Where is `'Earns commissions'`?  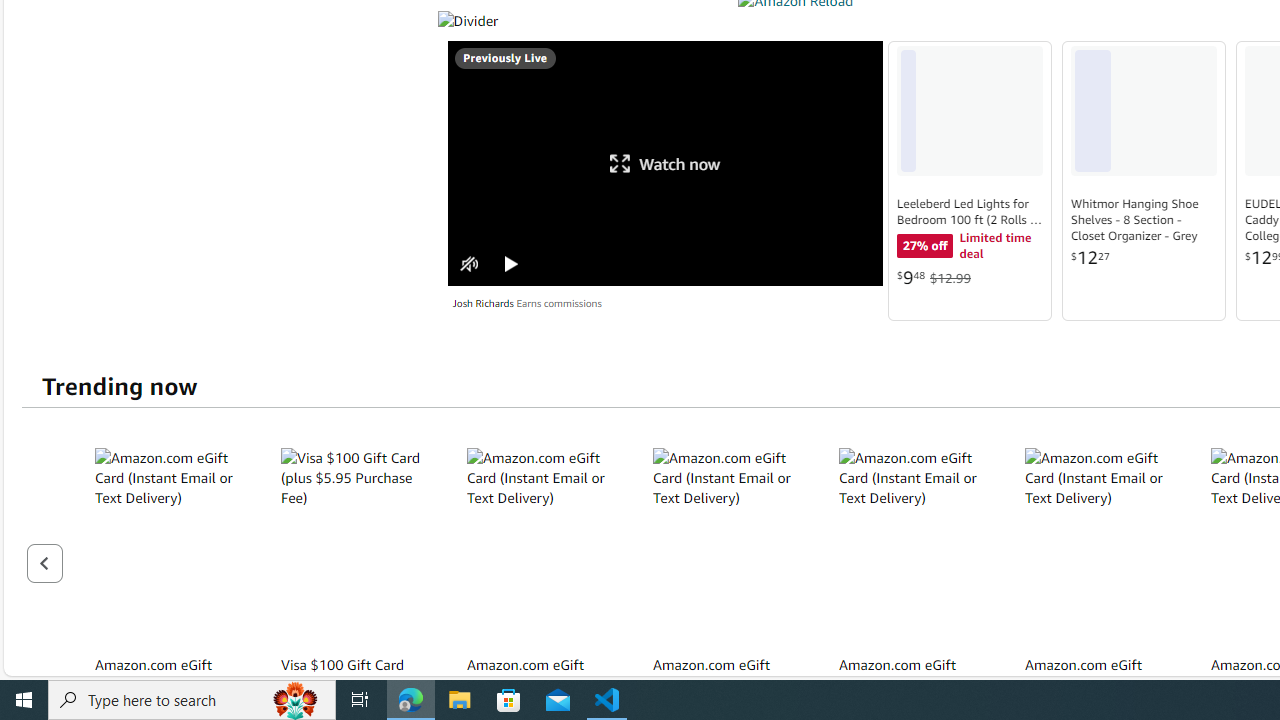
'Earns commissions' is located at coordinates (558, 303).